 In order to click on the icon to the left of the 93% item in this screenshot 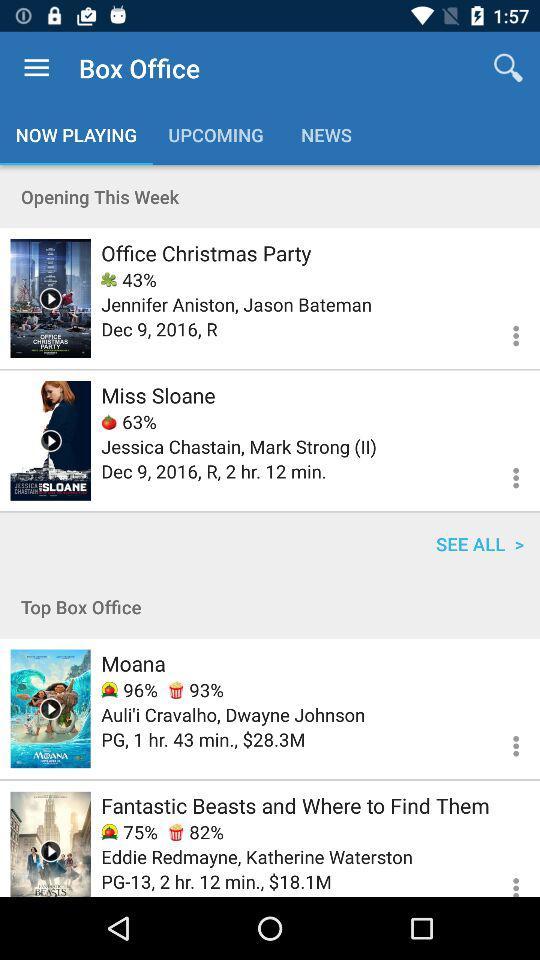, I will do `click(129, 690)`.